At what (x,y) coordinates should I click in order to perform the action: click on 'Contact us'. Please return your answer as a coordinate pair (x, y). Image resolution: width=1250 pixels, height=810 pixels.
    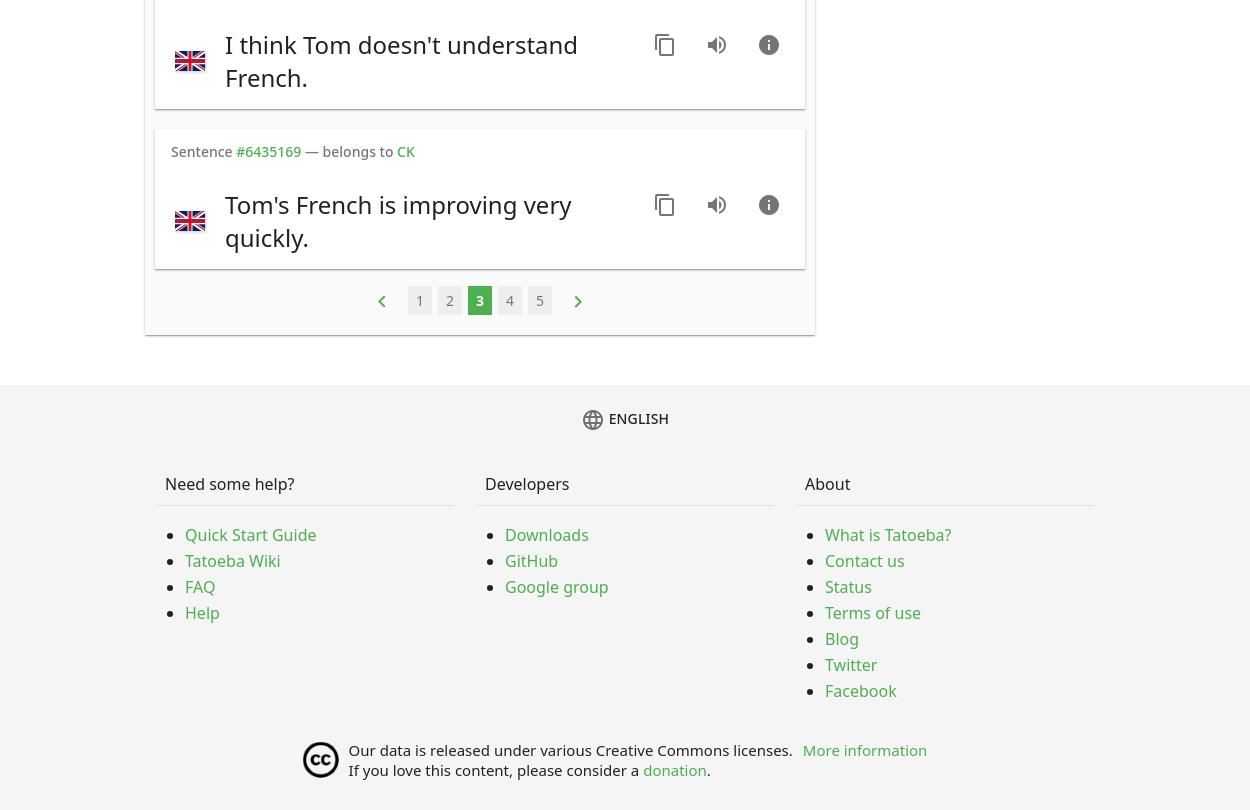
    Looking at the image, I should click on (863, 561).